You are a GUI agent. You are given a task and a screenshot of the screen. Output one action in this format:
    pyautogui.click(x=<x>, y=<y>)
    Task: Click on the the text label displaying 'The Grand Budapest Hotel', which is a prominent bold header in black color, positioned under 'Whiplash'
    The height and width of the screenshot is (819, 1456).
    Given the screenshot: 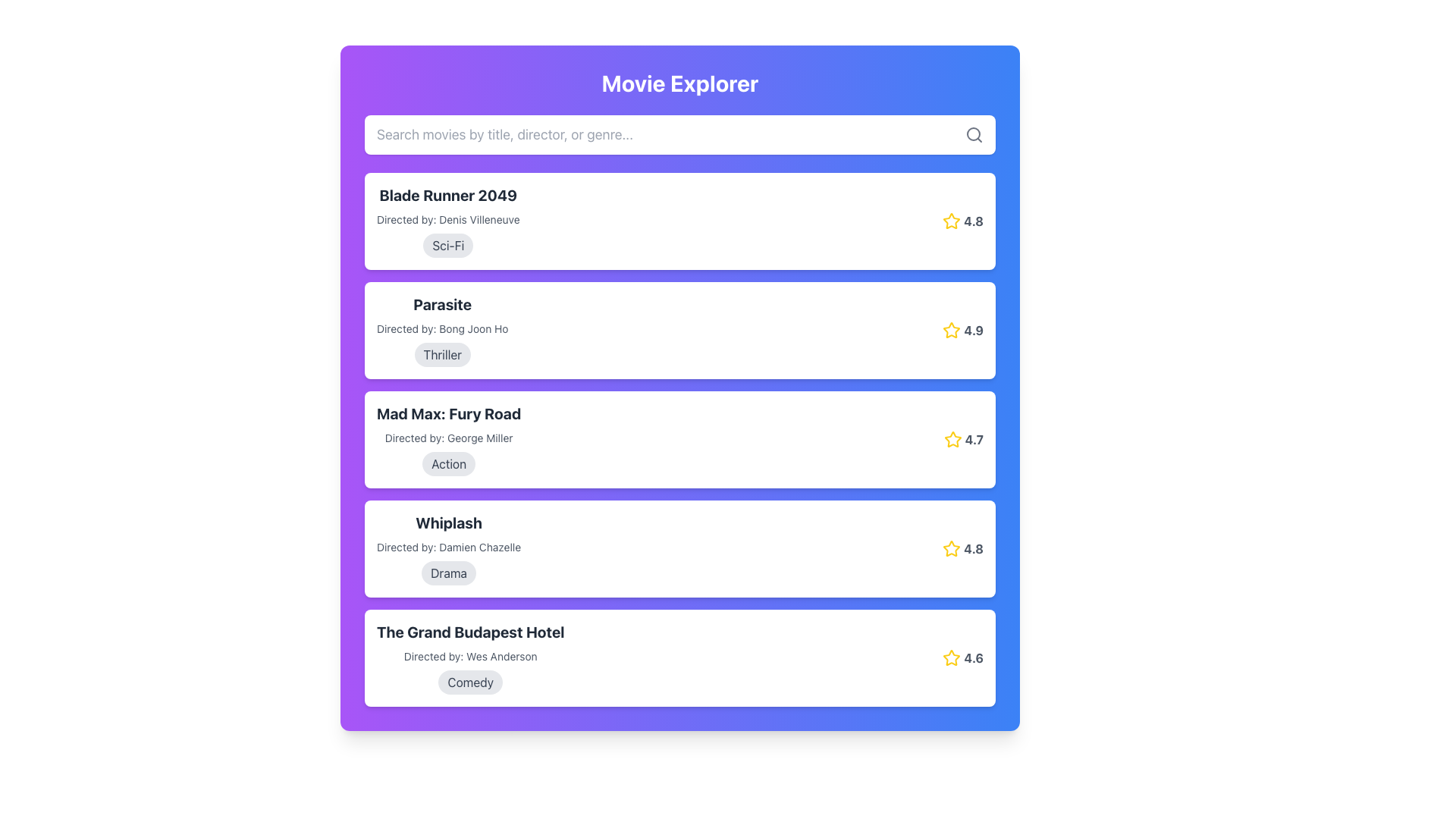 What is the action you would take?
    pyautogui.click(x=469, y=632)
    